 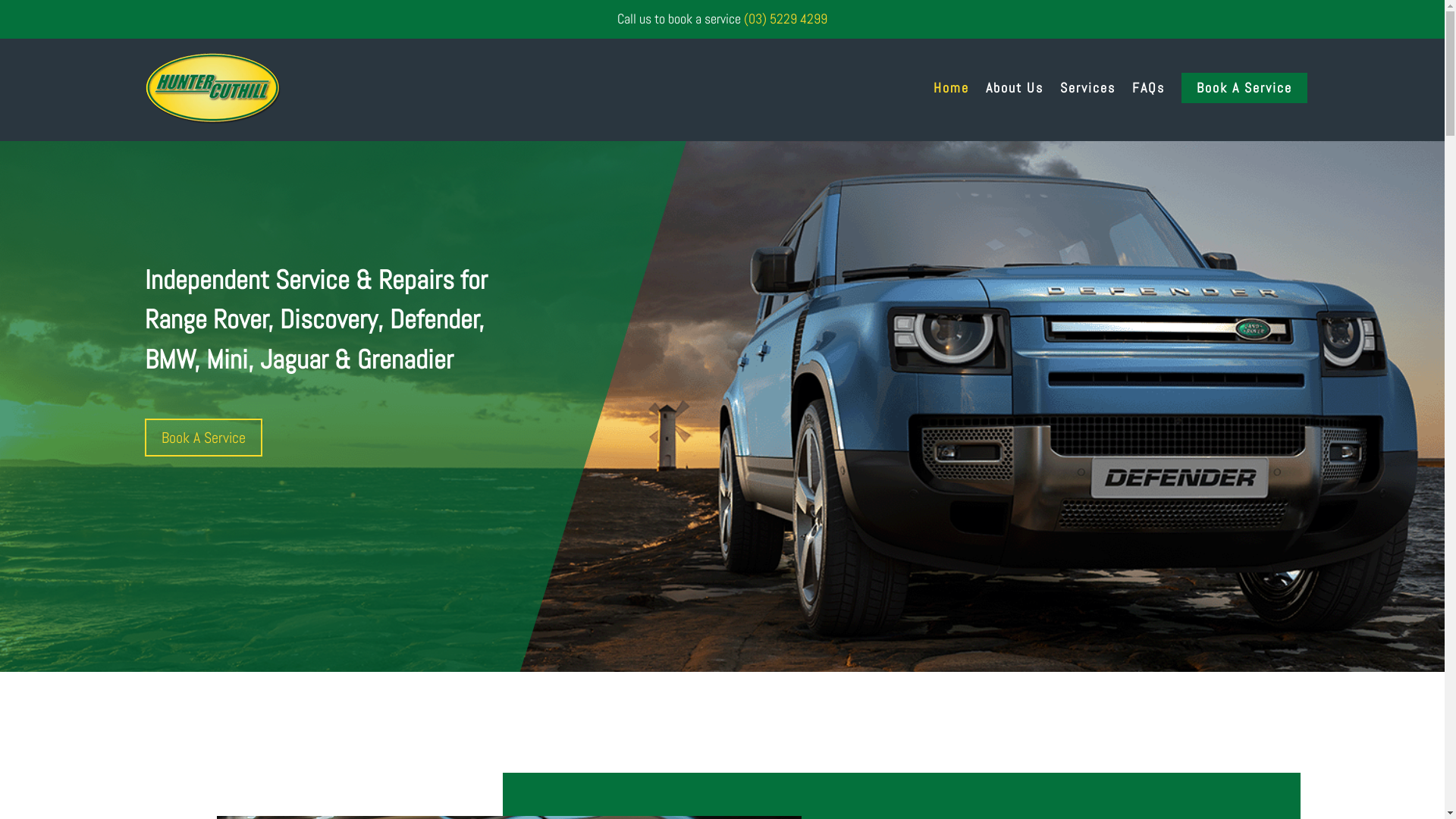 I want to click on 'Services', so click(x=1087, y=87).